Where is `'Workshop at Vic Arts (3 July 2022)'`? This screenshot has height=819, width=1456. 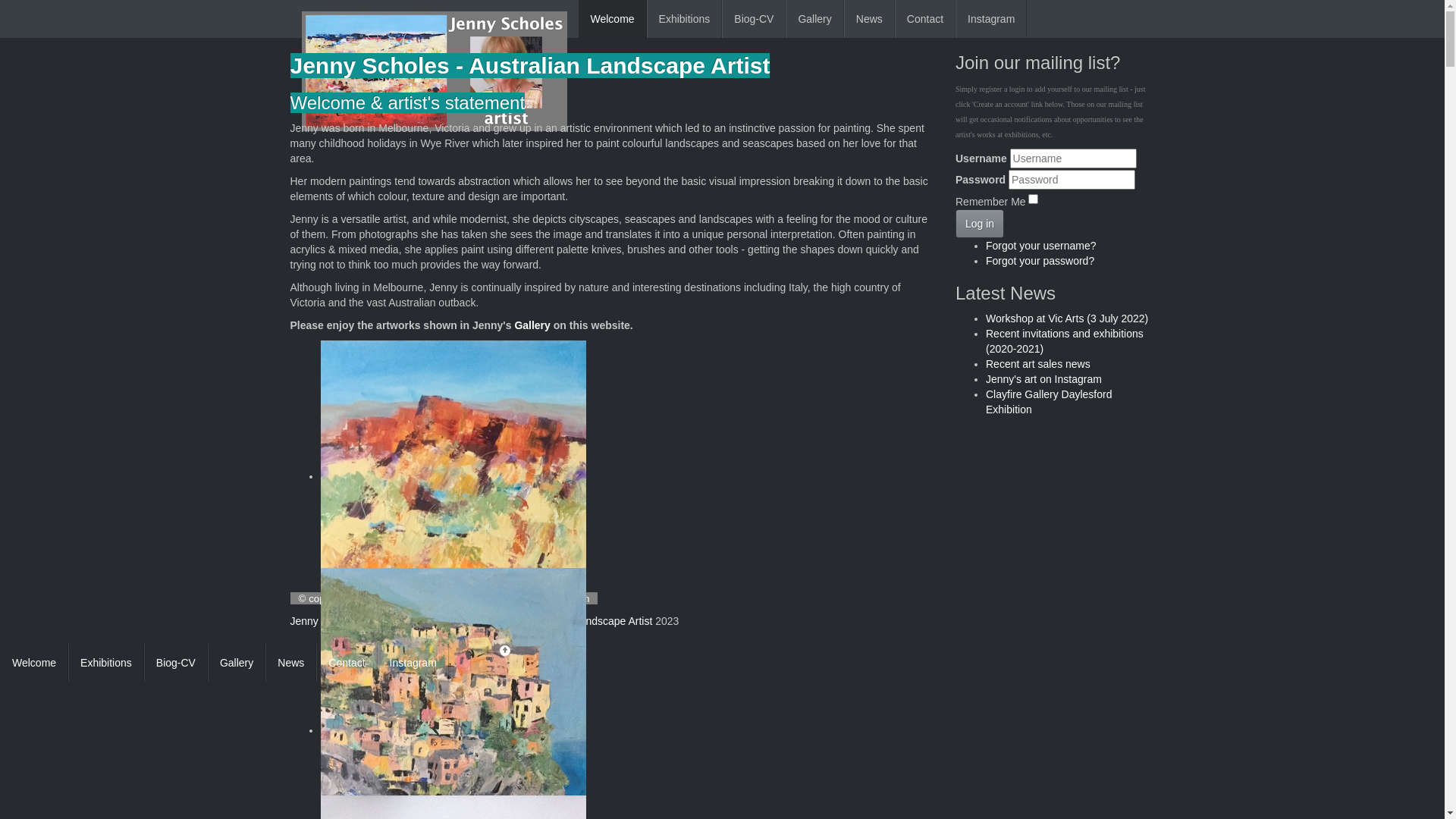
'Workshop at Vic Arts (3 July 2022)' is located at coordinates (986, 318).